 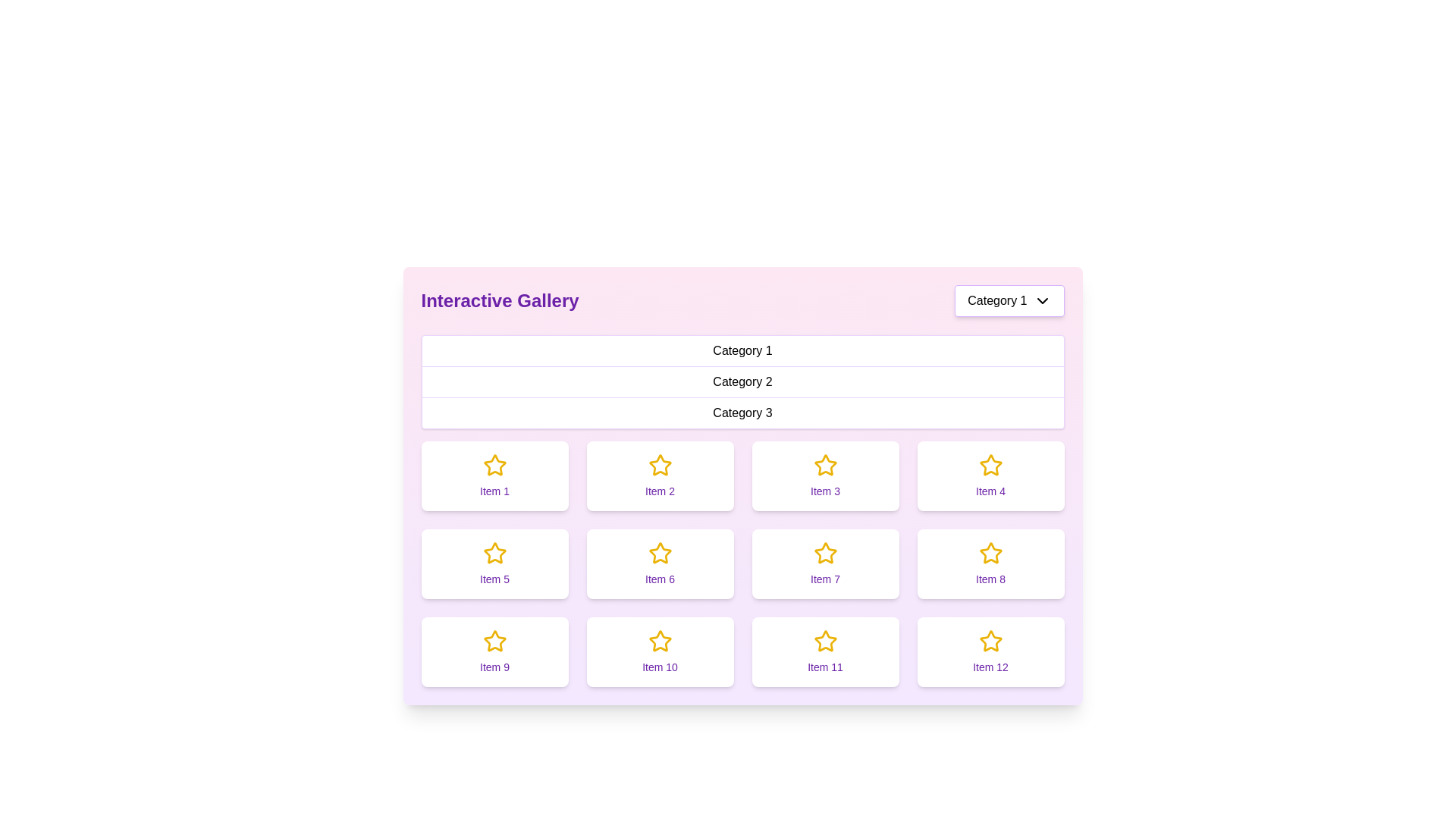 What do you see at coordinates (660, 491) in the screenshot?
I see `the text label 'Item 2' displayed in medium purple font, located beneath the yellow star icon in the interactive gallery section` at bounding box center [660, 491].